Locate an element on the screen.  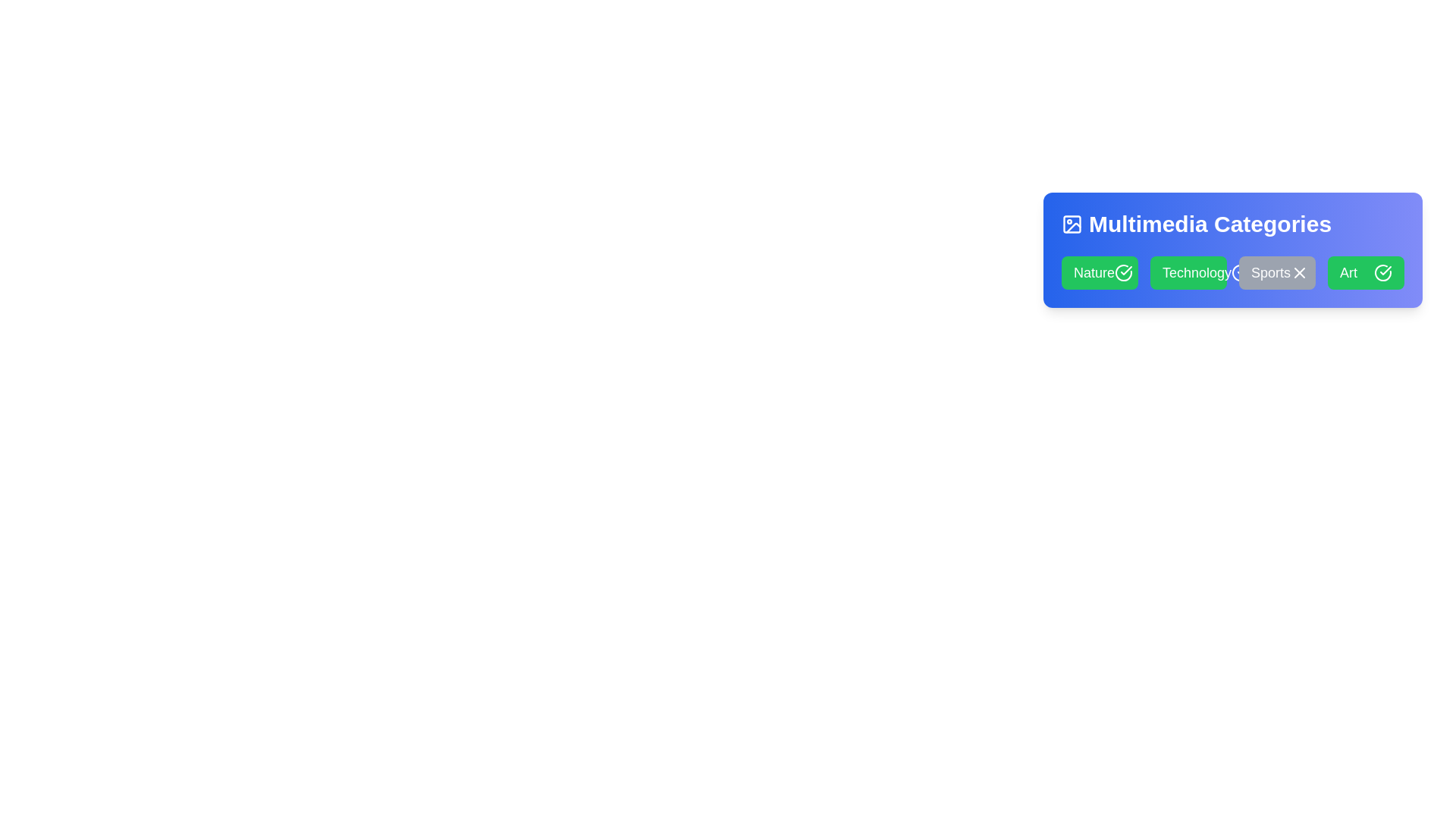
the 'Sports' button, which is a gray rectangular button with white text and an 'X' icon, positioned between the 'Technology' and 'Art' buttons is located at coordinates (1276, 271).